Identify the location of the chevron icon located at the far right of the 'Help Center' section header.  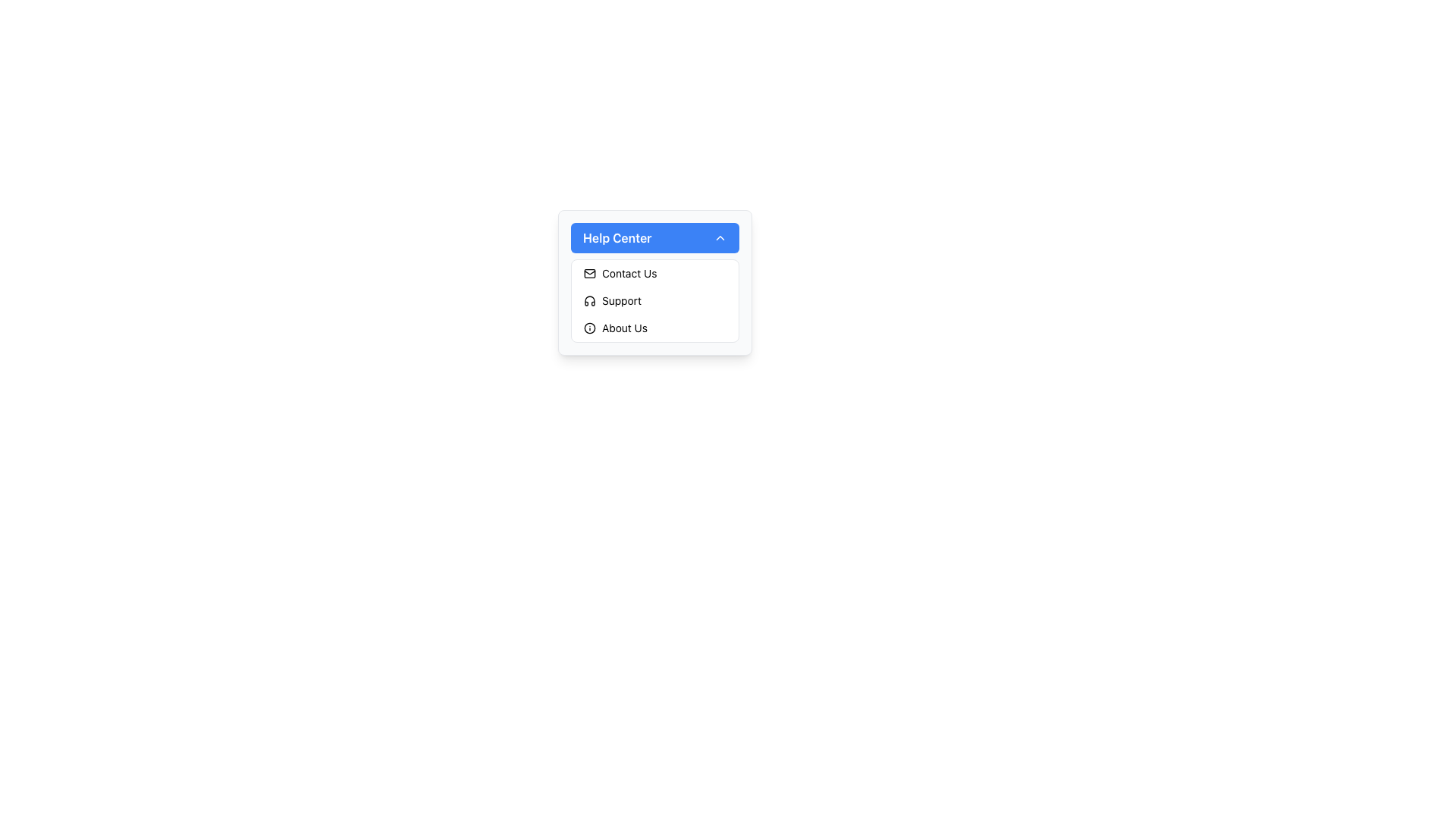
(720, 237).